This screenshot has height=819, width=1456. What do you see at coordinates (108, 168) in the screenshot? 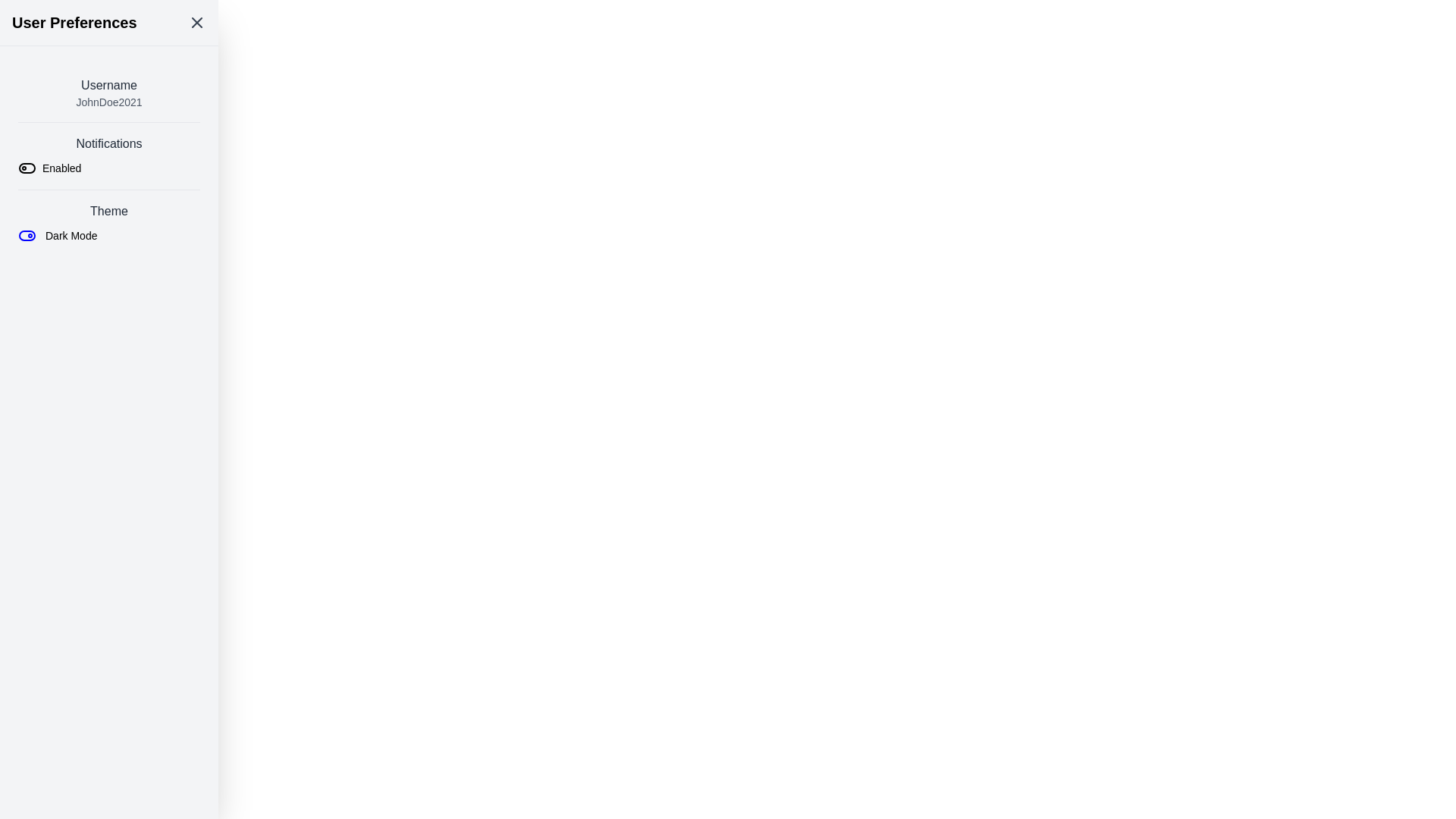
I see `the 'Enabled' toggle switch to change its state, which is part of the 'Notifications' group in the user preferences panel` at bounding box center [108, 168].